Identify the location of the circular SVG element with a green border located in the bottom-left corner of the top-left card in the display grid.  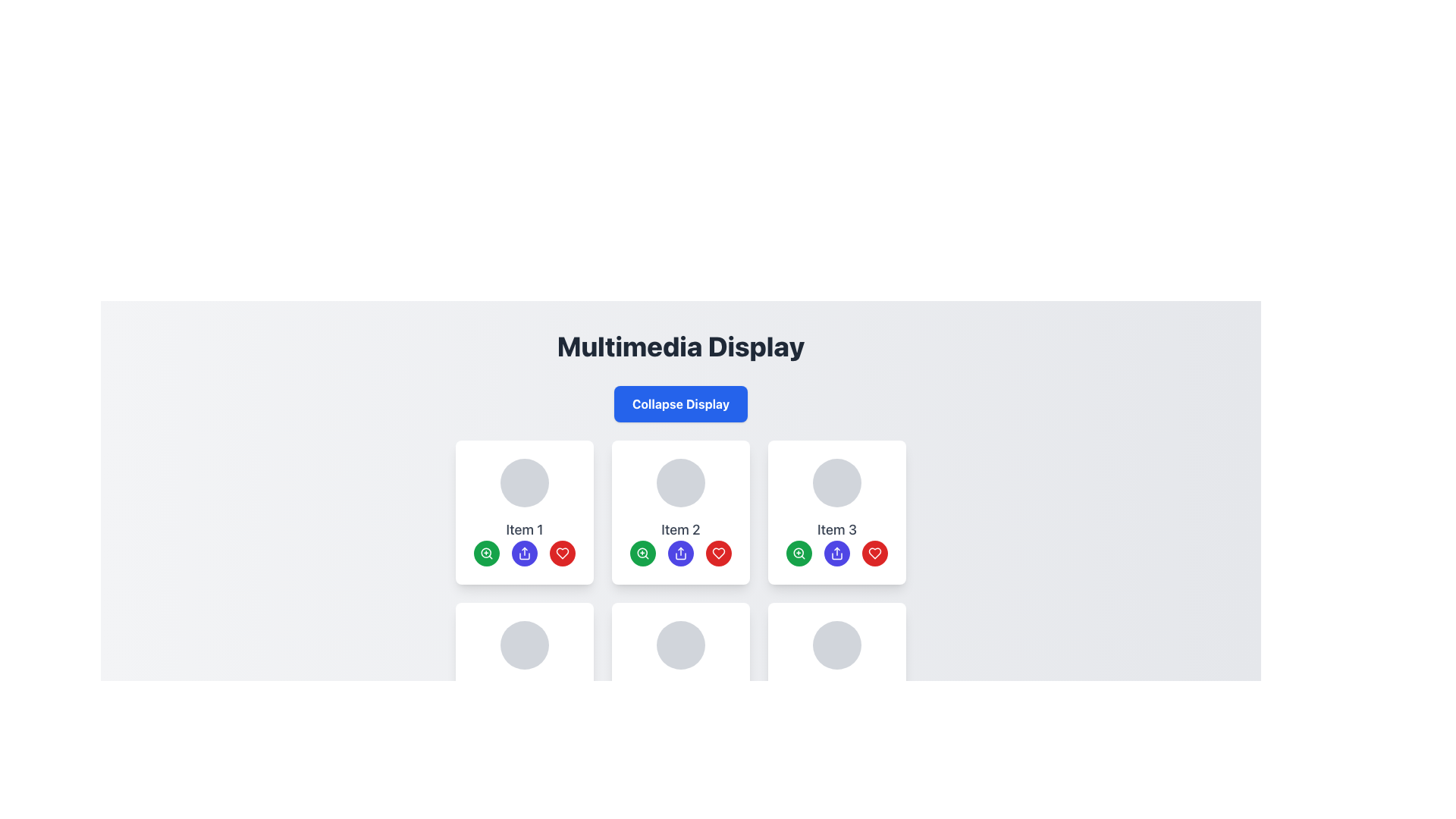
(486, 553).